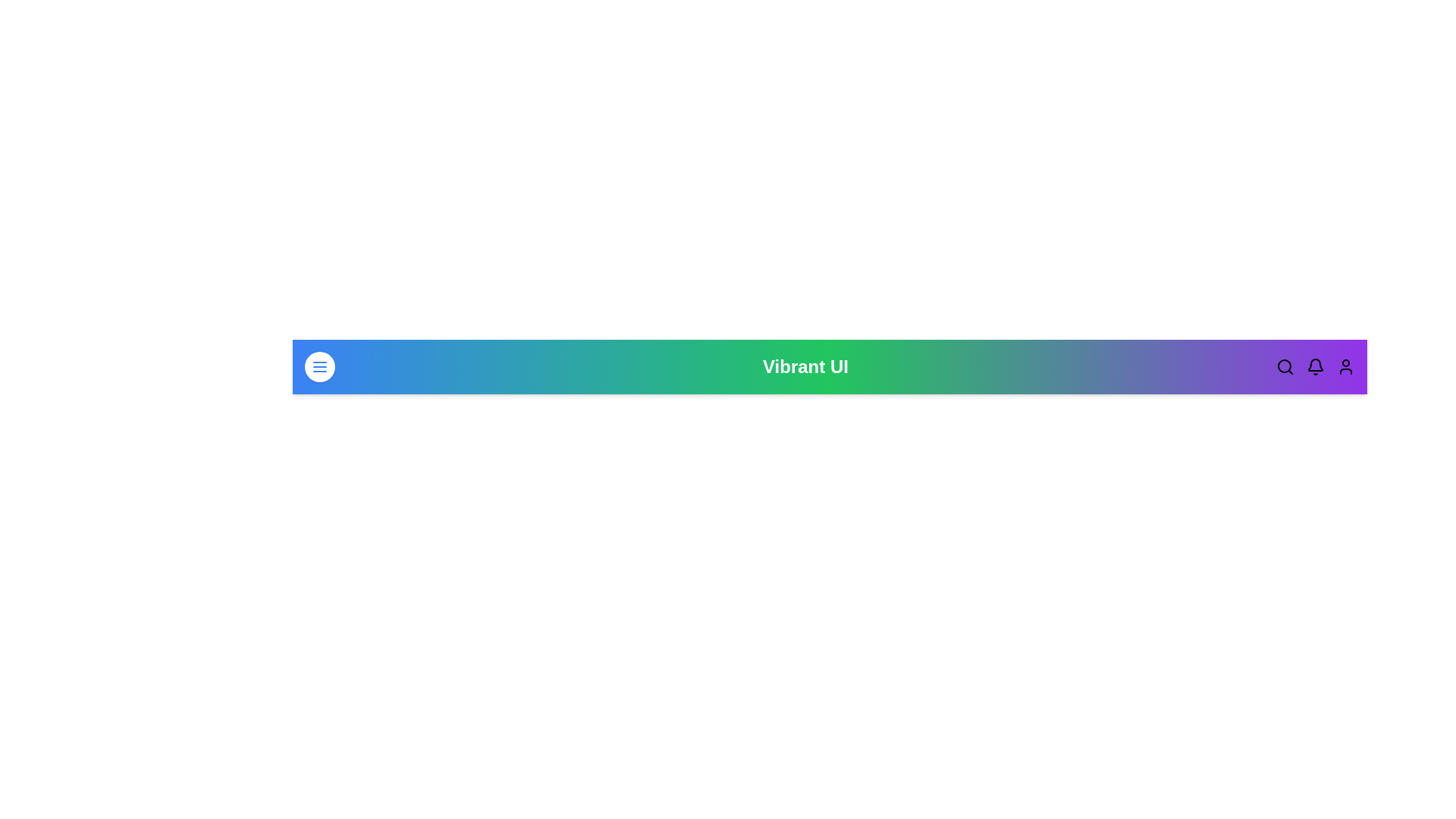  What do you see at coordinates (1284, 366) in the screenshot?
I see `the search icon to initiate a search` at bounding box center [1284, 366].